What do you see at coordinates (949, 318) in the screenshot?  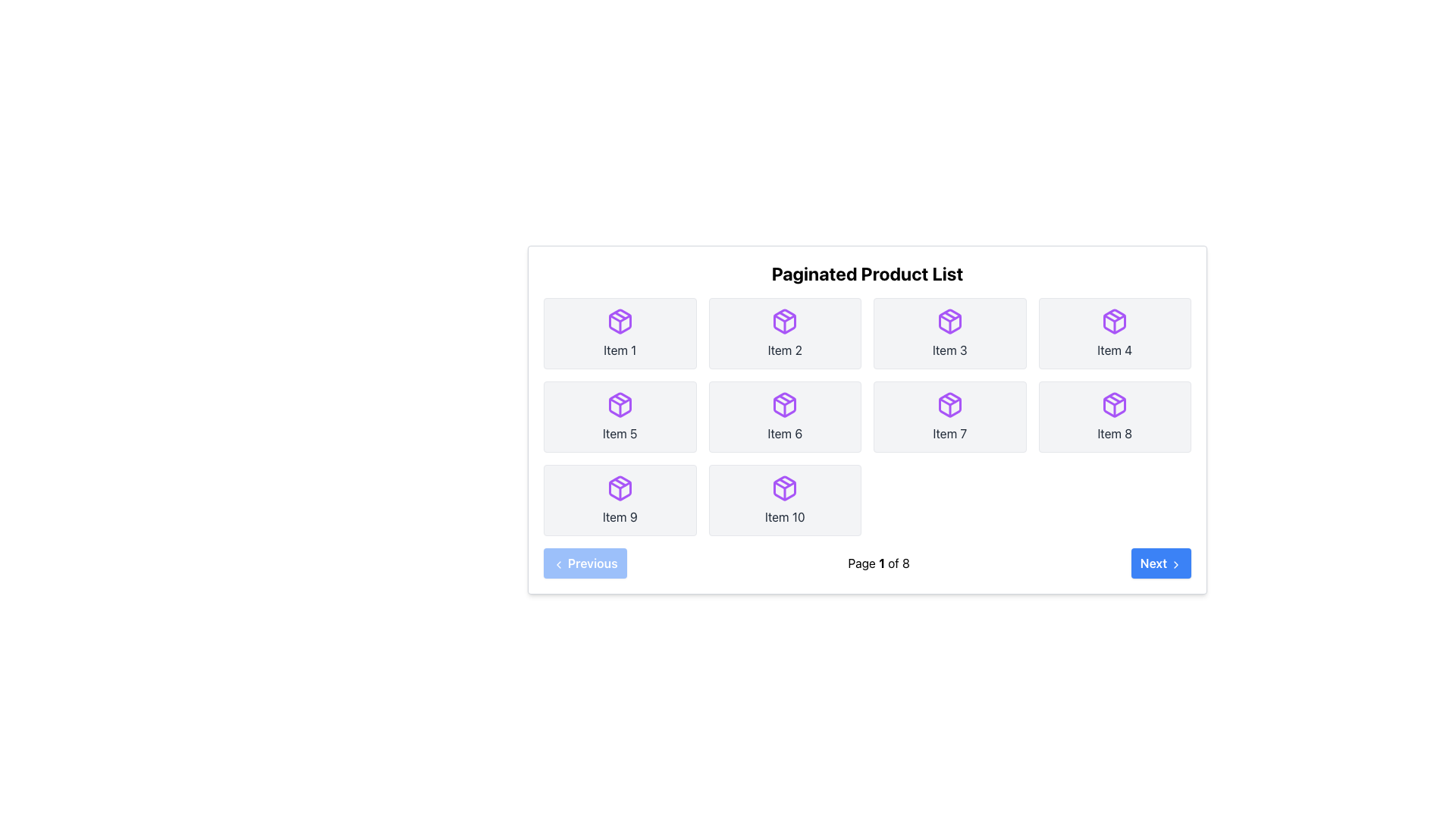 I see `the Decorative Component within 'Item 3' icon located in the first row and third column of the grid in the product list interface` at bounding box center [949, 318].